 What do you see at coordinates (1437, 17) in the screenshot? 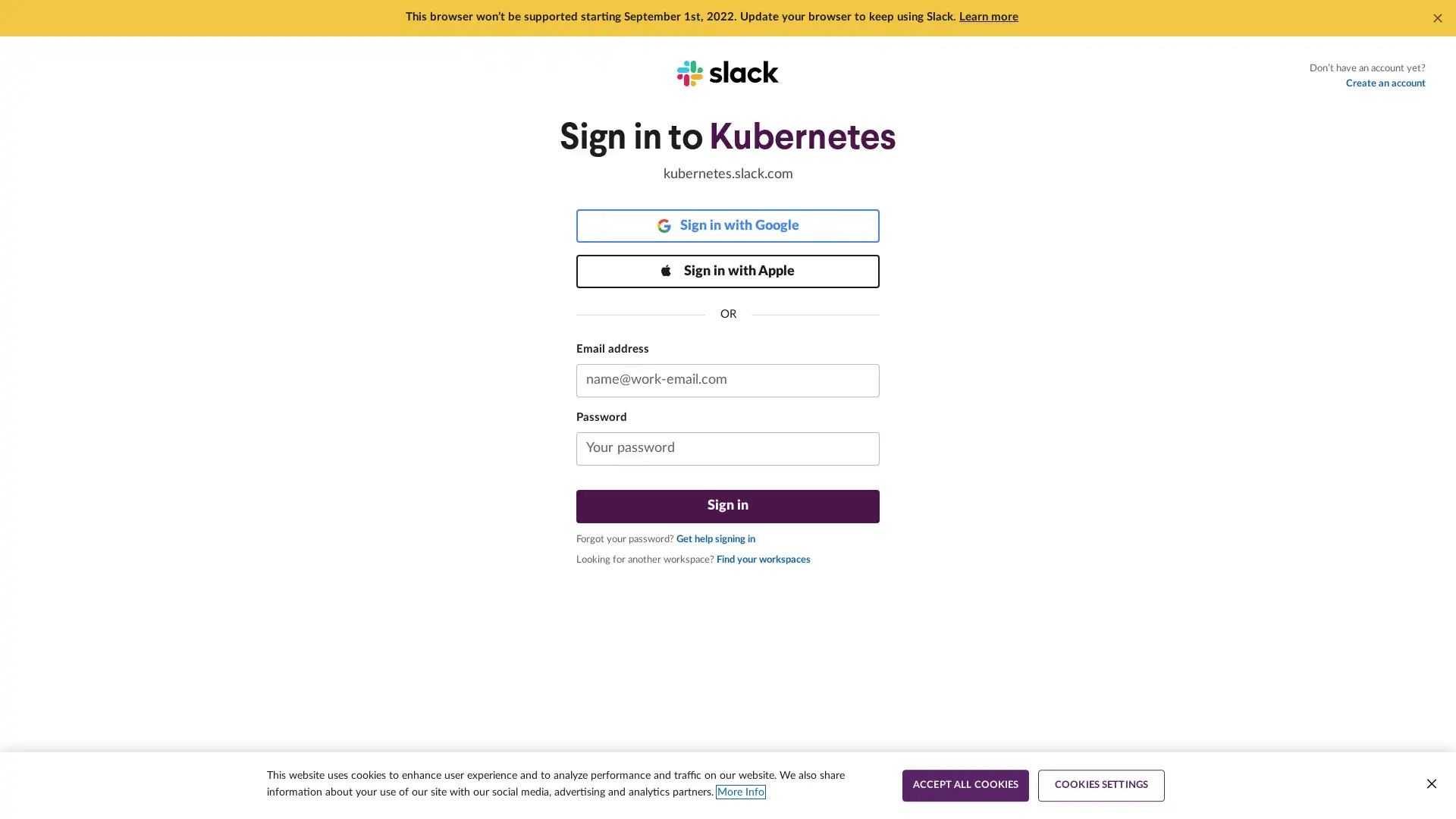
I see `Dismiss` at bounding box center [1437, 17].